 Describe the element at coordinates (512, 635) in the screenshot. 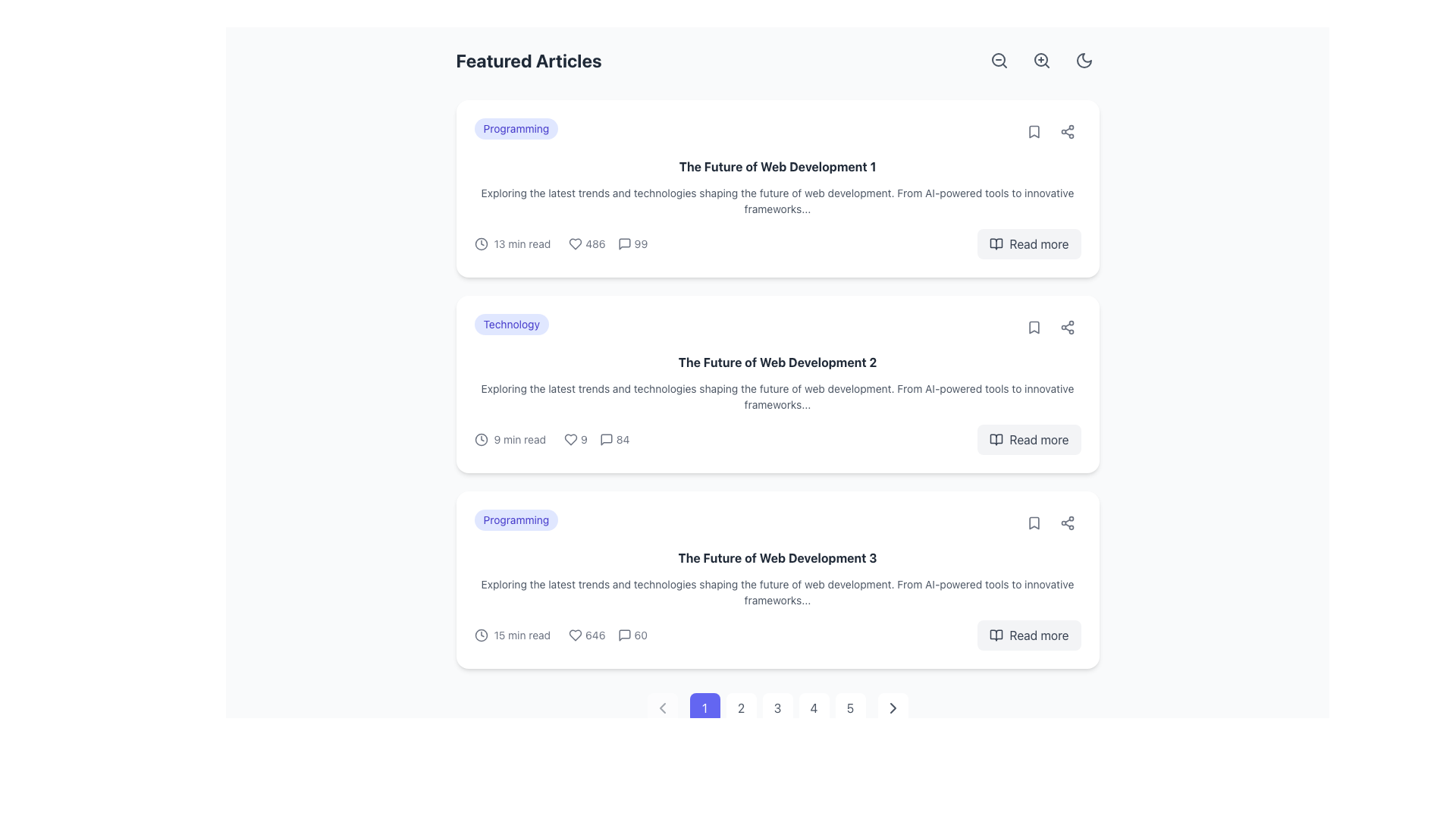

I see `text of the icon-text label that shows '15 min read' located at the bottom section of the third article in the 'Featured Articles' section` at that location.